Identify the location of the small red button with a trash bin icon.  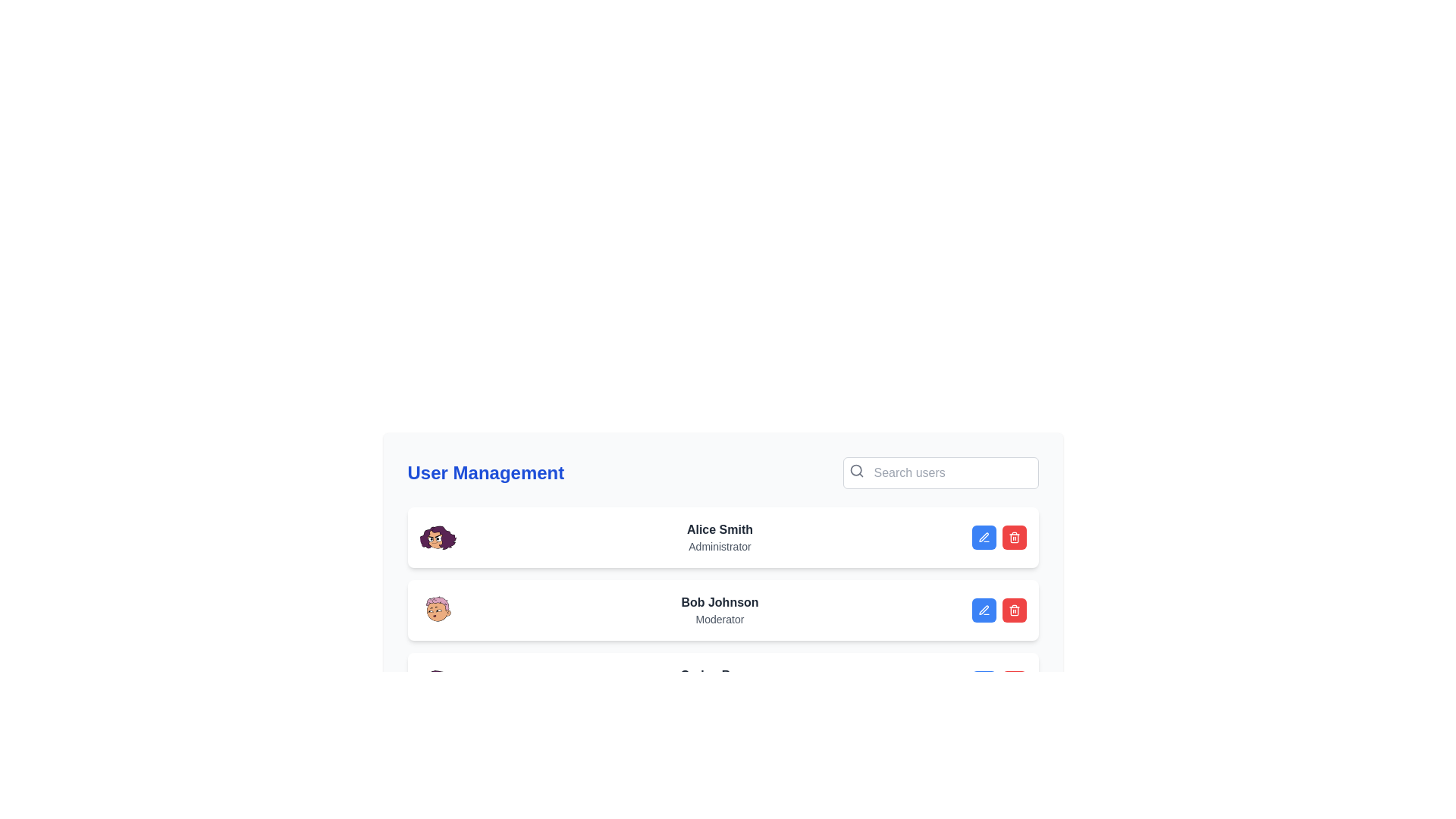
(1014, 610).